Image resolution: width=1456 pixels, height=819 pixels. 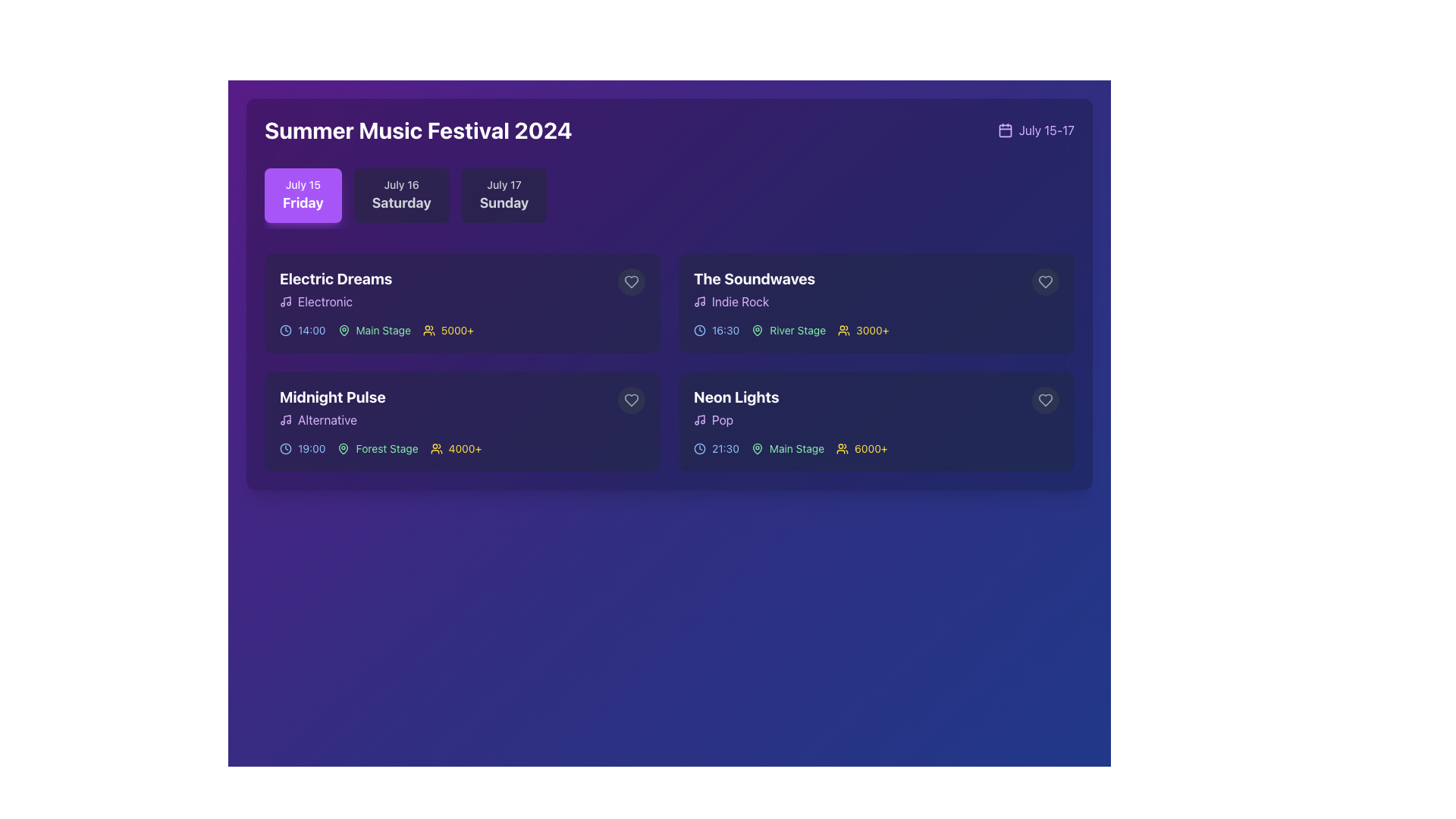 What do you see at coordinates (871, 447) in the screenshot?
I see `the attendee count label located in the bottom-right card labeled 'Neon Lights', which is positioned to the right of the user icon and aligns horizontally with the event's performance time and stage information` at bounding box center [871, 447].